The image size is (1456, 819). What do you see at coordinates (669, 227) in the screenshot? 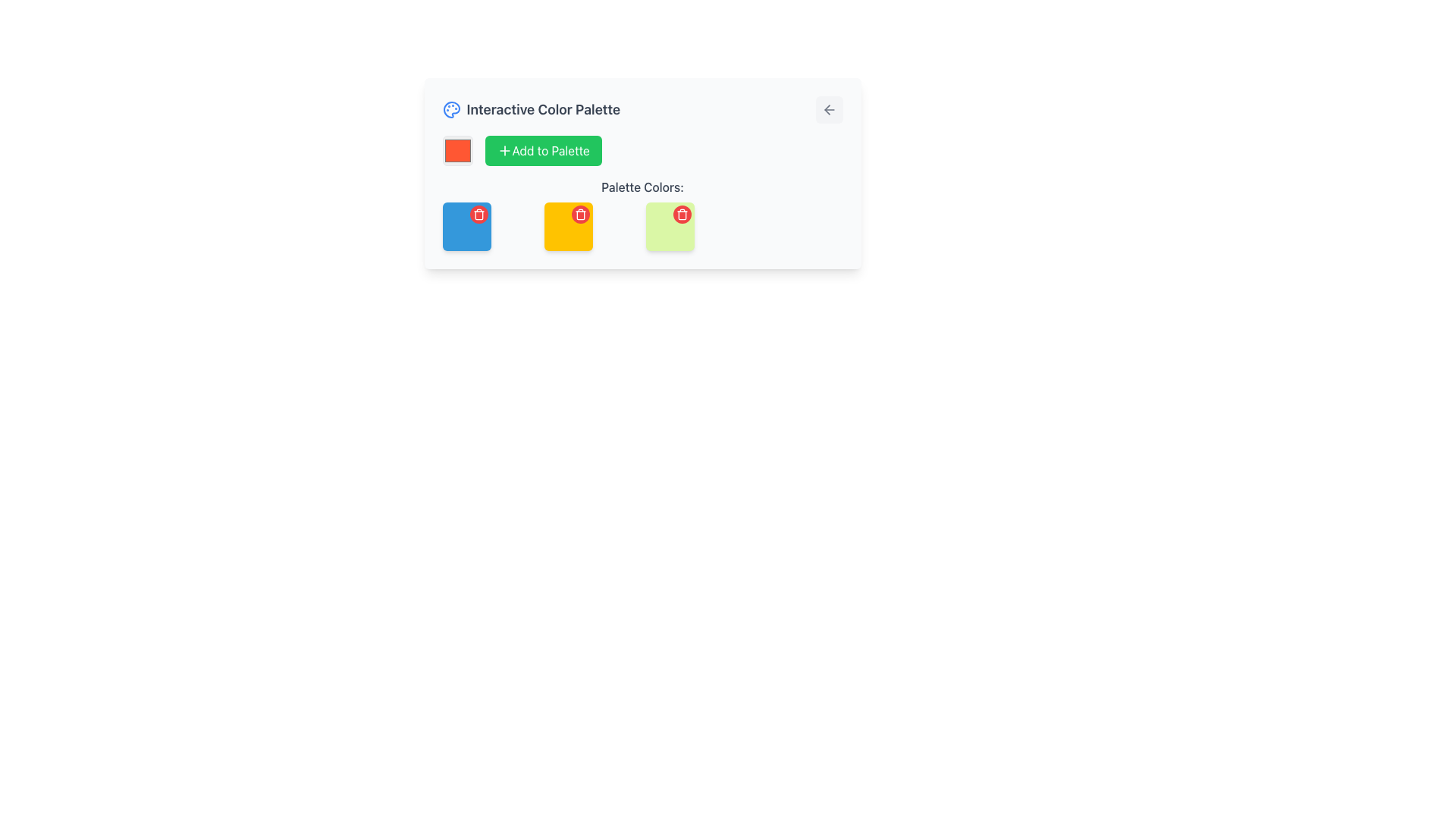
I see `the color swatch located in the bottom-right corner of the 'Palette Colors' grid` at bounding box center [669, 227].